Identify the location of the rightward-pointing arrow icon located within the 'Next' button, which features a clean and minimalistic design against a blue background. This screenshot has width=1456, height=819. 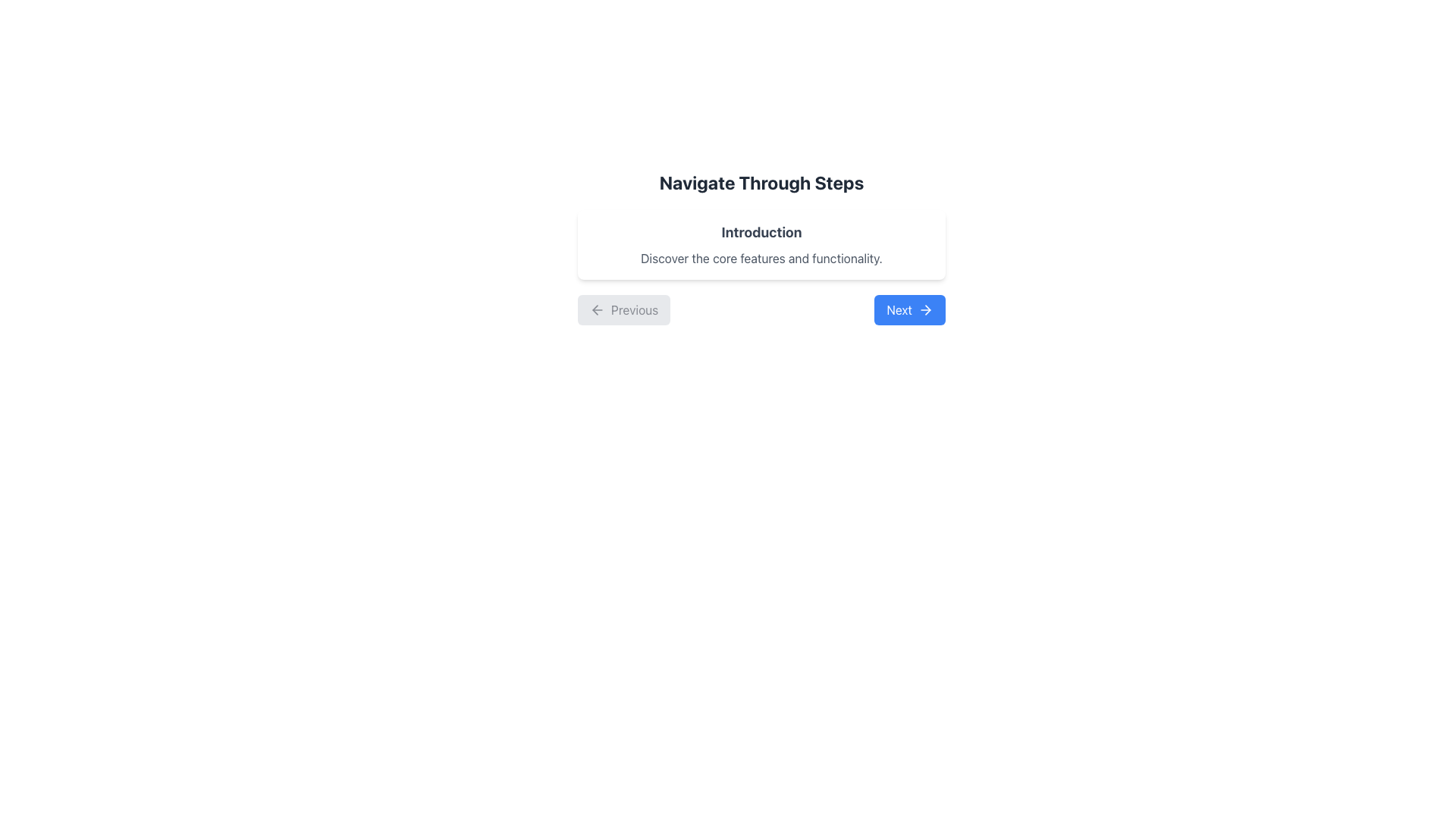
(924, 309).